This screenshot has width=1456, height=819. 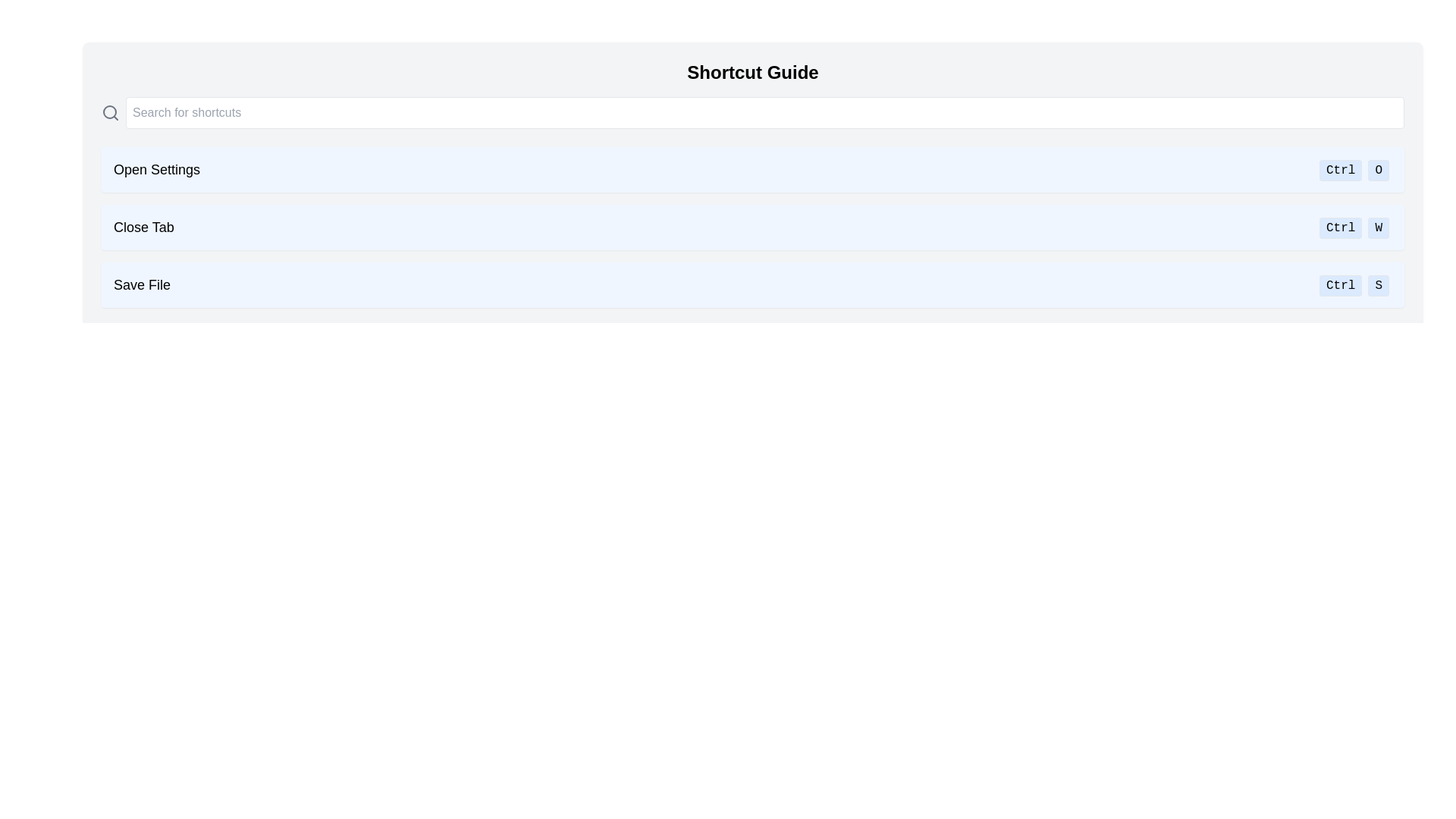 I want to click on the keyboard shortcut display for 'Save File' which indicates 'Ctrl + S', so click(x=1354, y=284).